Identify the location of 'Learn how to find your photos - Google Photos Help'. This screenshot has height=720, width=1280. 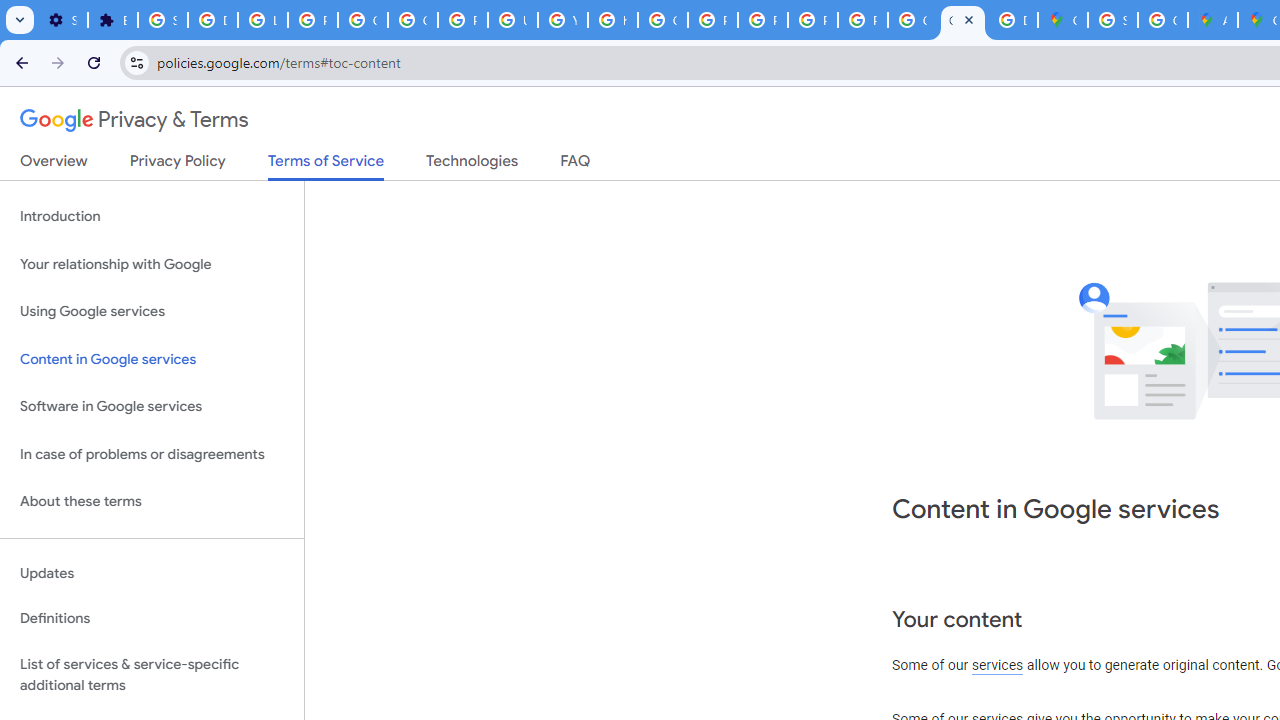
(262, 20).